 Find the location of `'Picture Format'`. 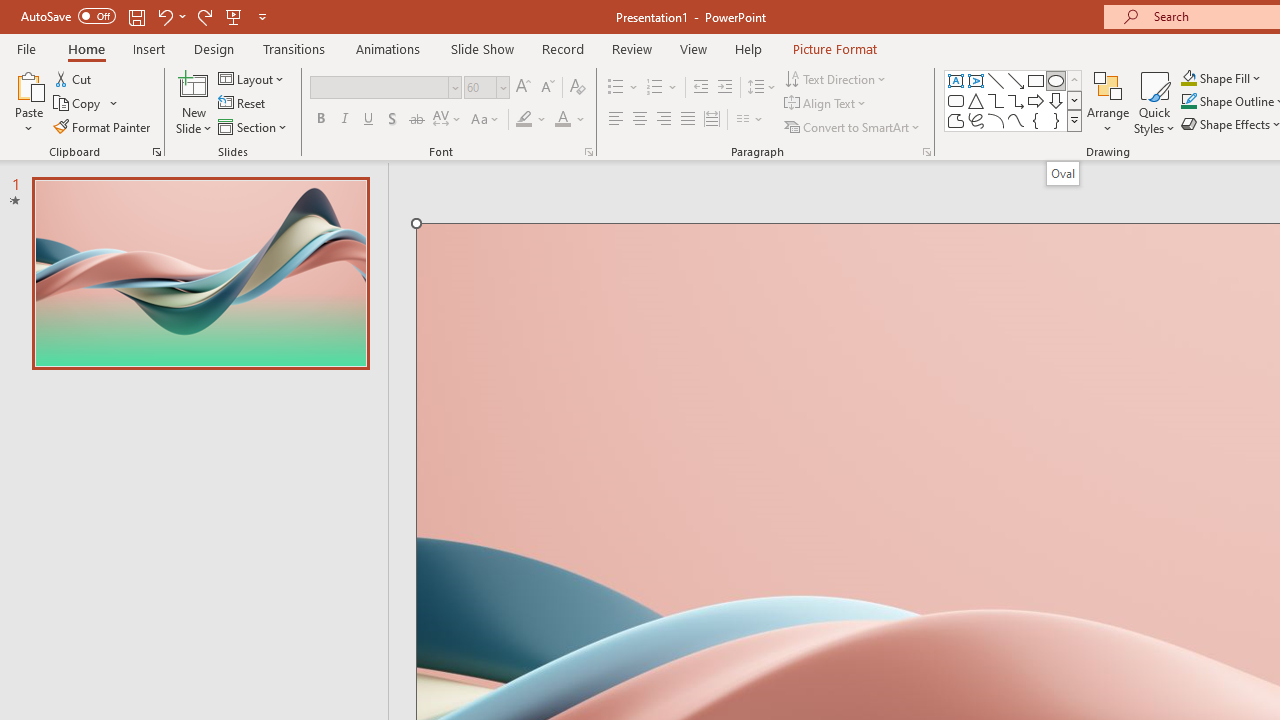

'Picture Format' is located at coordinates (835, 48).